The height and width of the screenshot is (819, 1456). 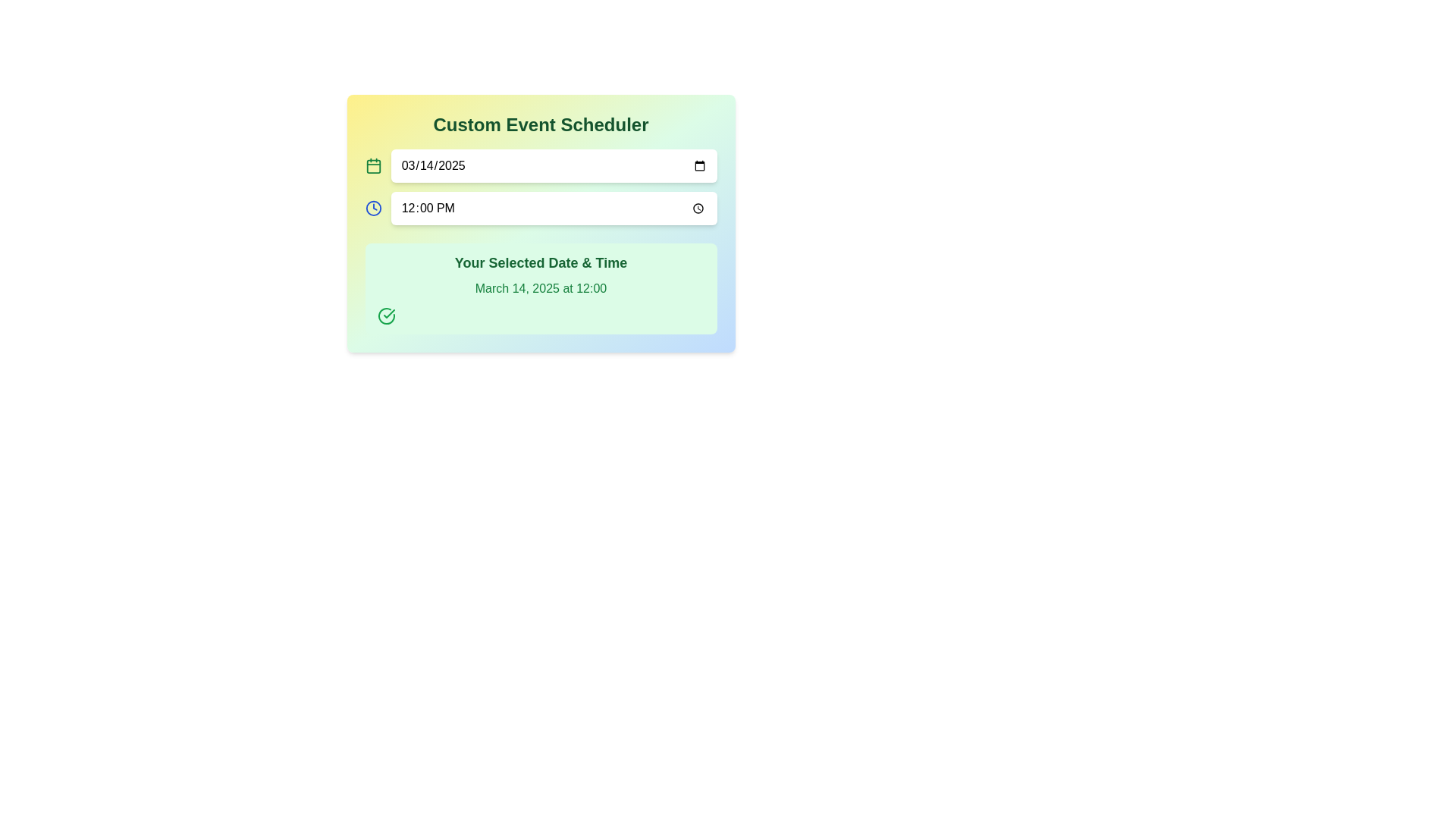 I want to click on the label displaying the selected date and time for the scheduled event, which is located below the 'Your Selected Date & Time' section and is centered horizontally in this section with a green font, so click(x=541, y=289).